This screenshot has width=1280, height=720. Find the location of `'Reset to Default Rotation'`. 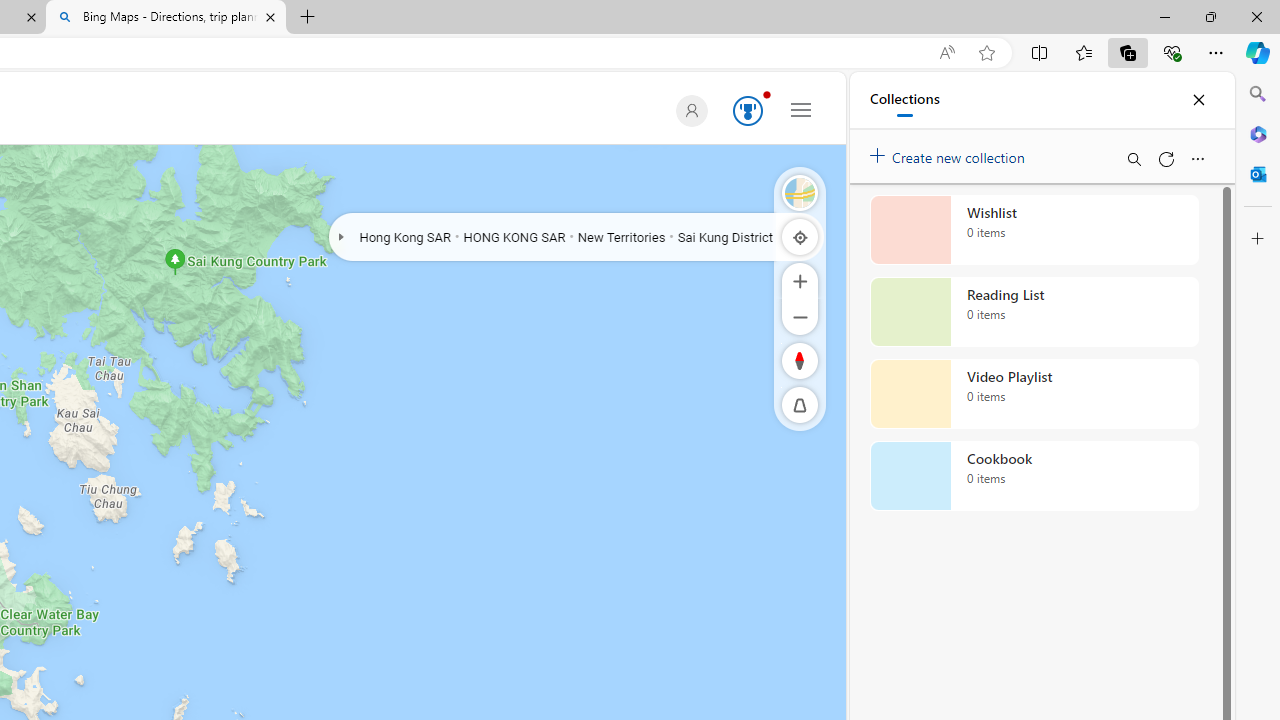

'Reset to Default Rotation' is located at coordinates (800, 360).